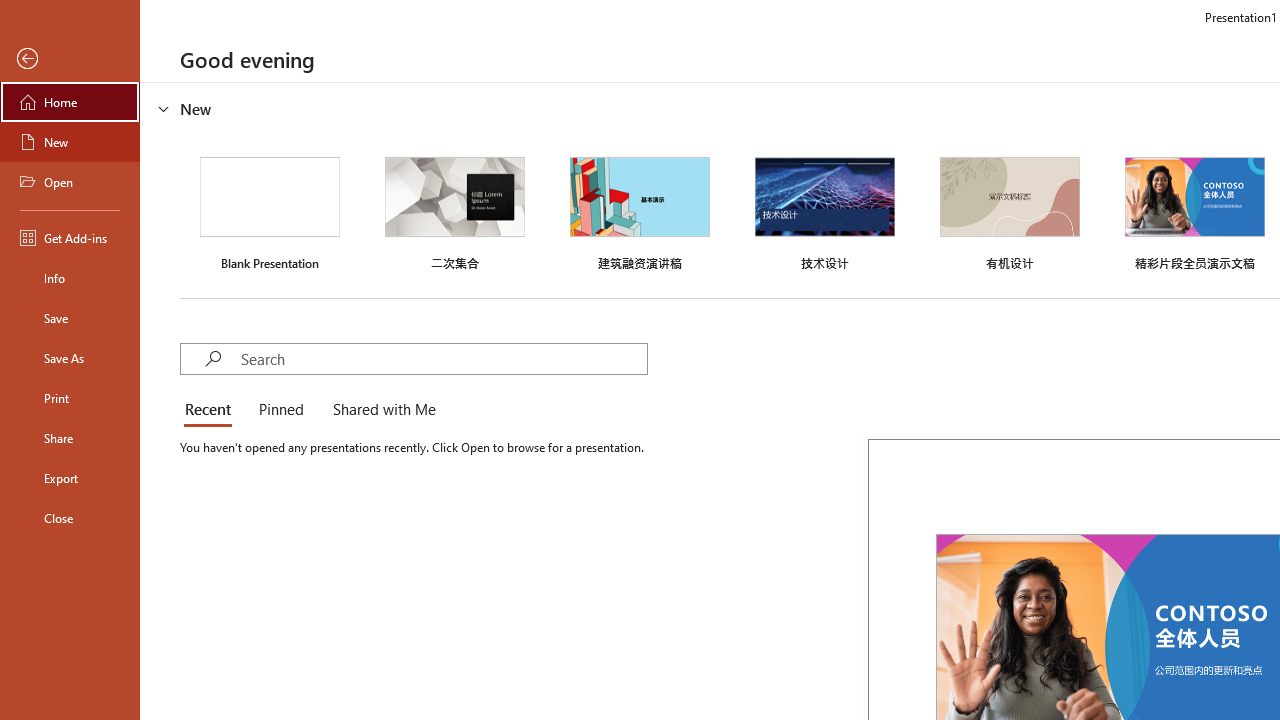  What do you see at coordinates (69, 356) in the screenshot?
I see `'Save As'` at bounding box center [69, 356].